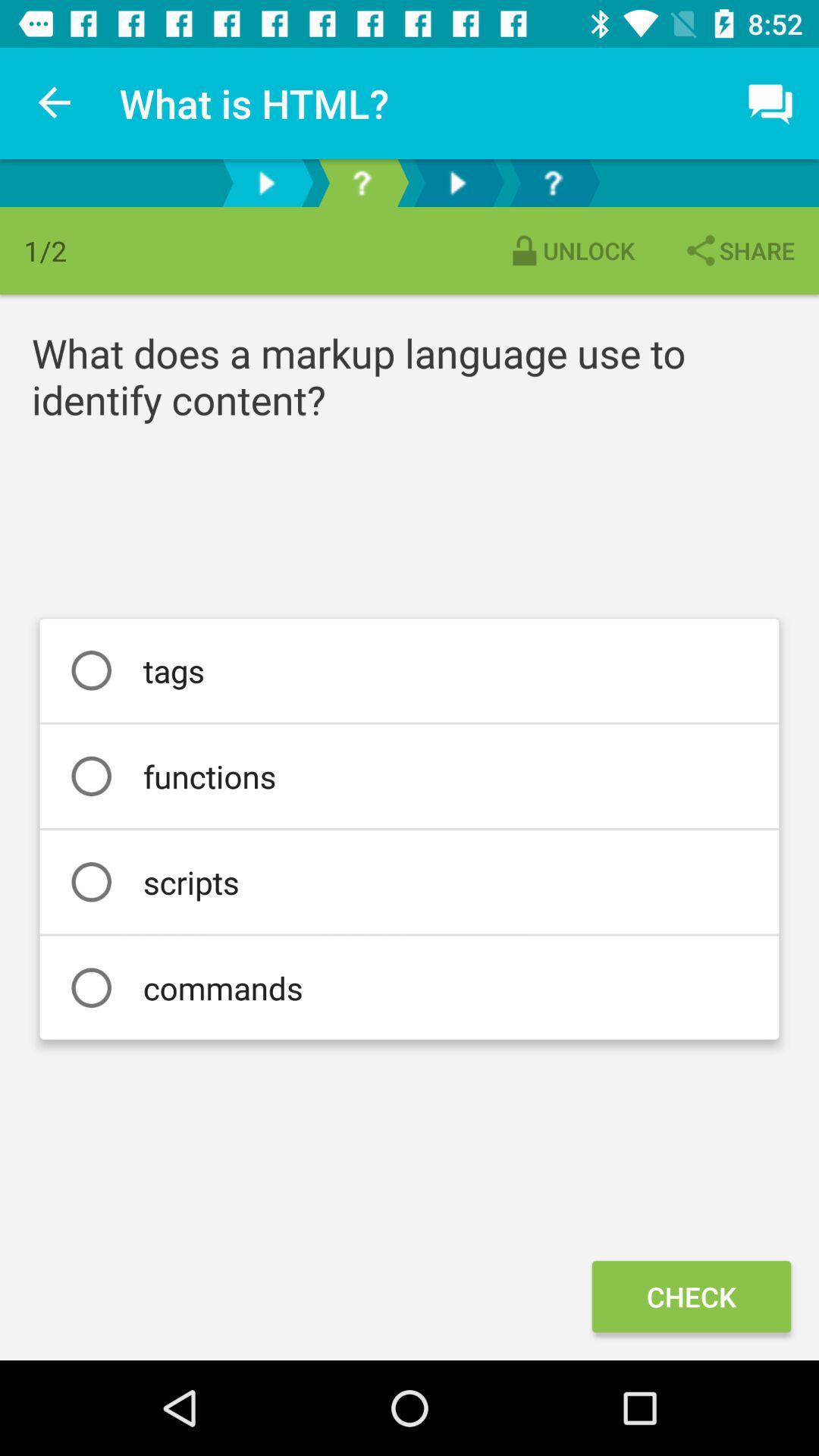 The image size is (819, 1456). I want to click on the icon below the commands, so click(691, 1295).